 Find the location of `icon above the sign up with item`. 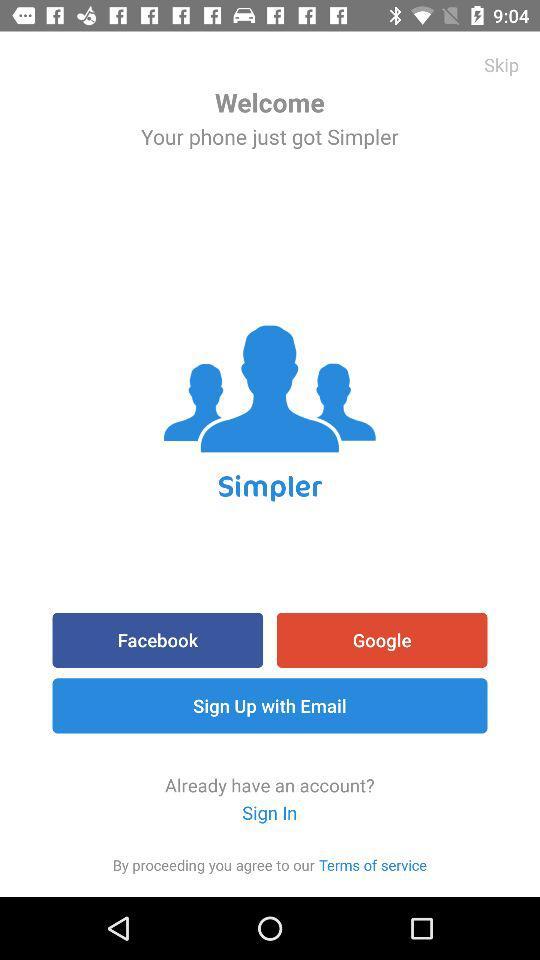

icon above the sign up with item is located at coordinates (382, 639).